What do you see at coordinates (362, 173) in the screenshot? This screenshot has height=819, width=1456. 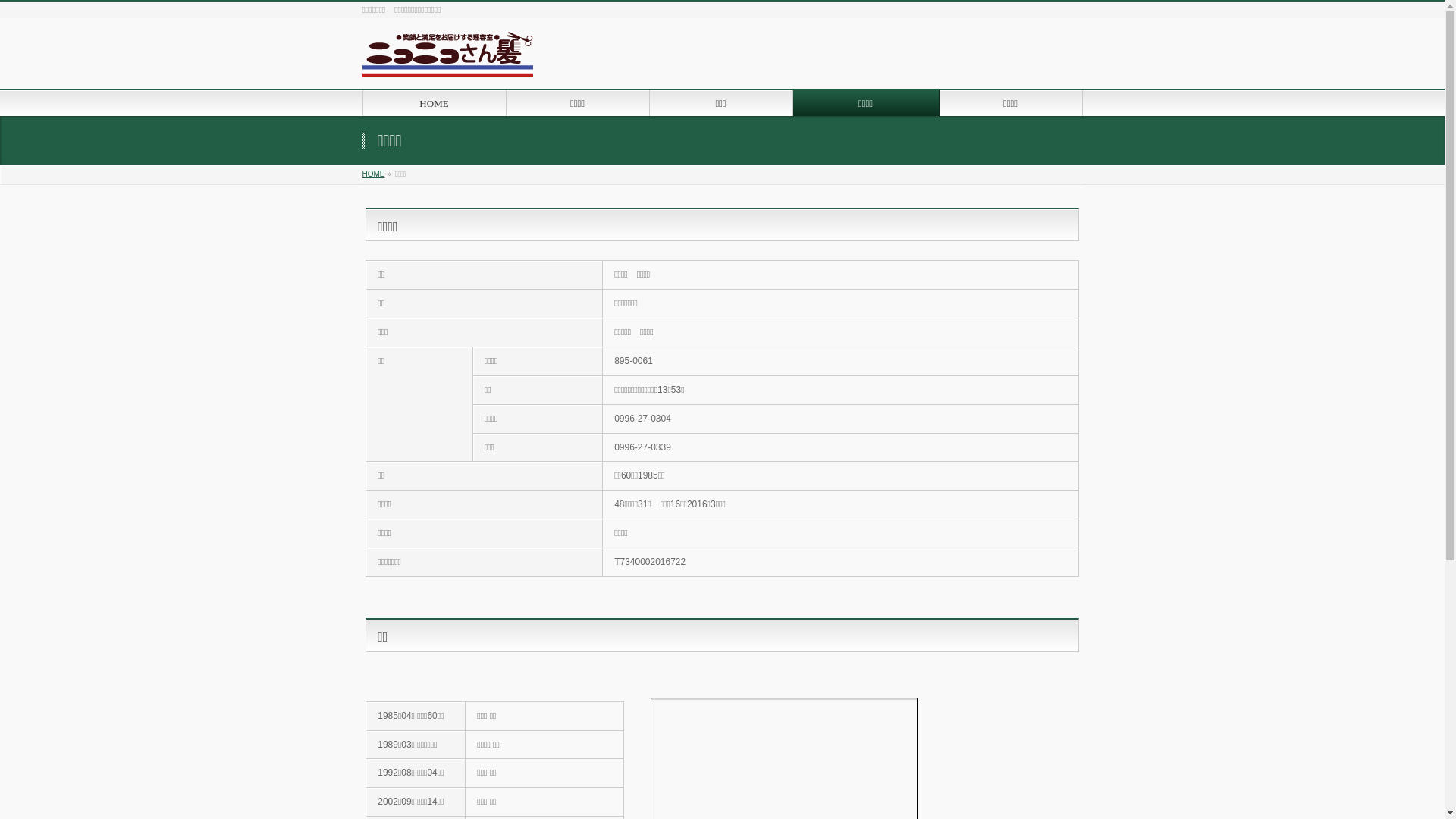 I see `'HOME'` at bounding box center [362, 173].